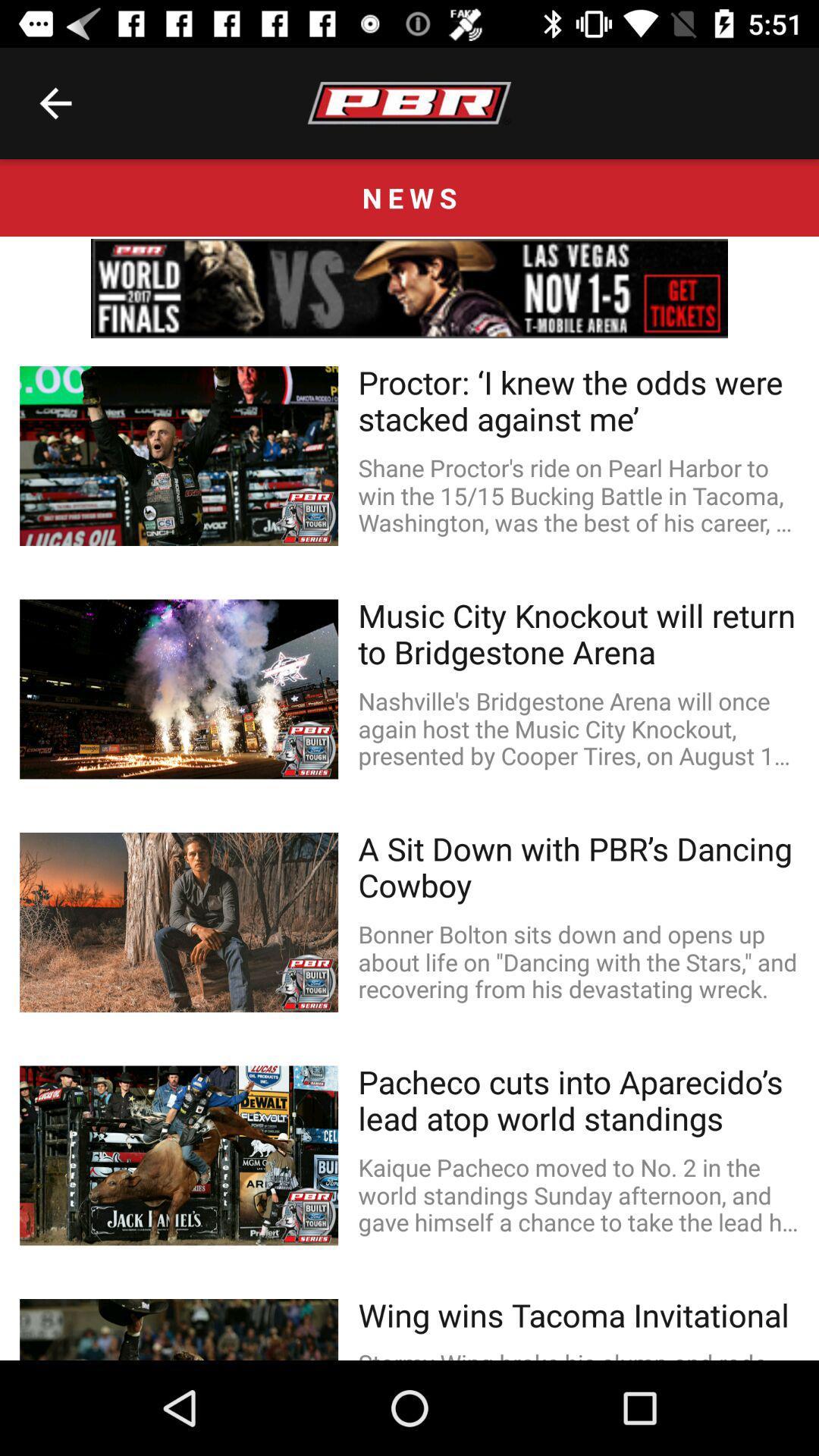 This screenshot has height=1456, width=819. I want to click on advertisement link, so click(409, 288).